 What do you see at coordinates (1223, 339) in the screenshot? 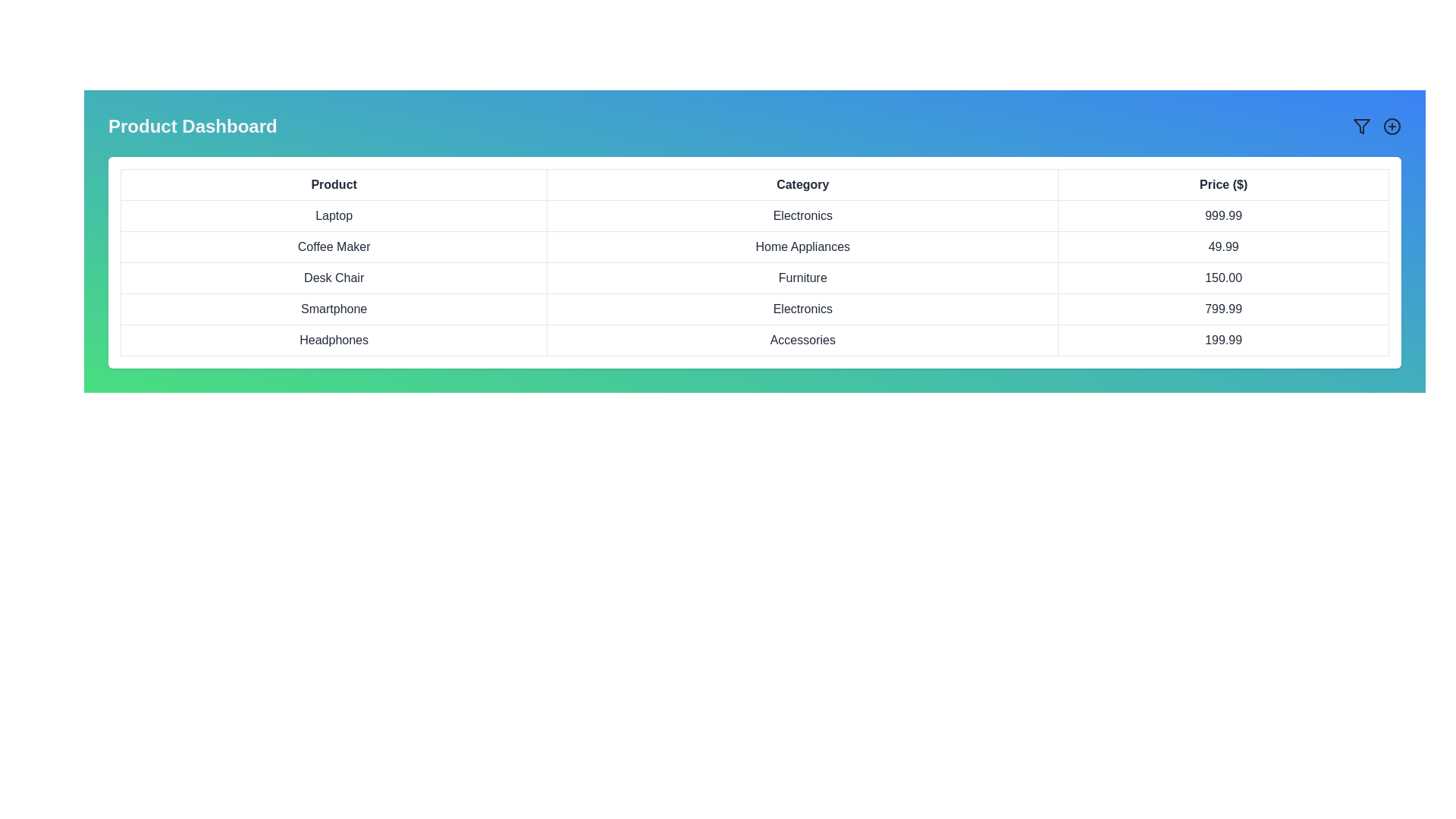
I see `the price display element located in the fifth row and third column of the table, adjacent to the text 'Accessories'` at bounding box center [1223, 339].